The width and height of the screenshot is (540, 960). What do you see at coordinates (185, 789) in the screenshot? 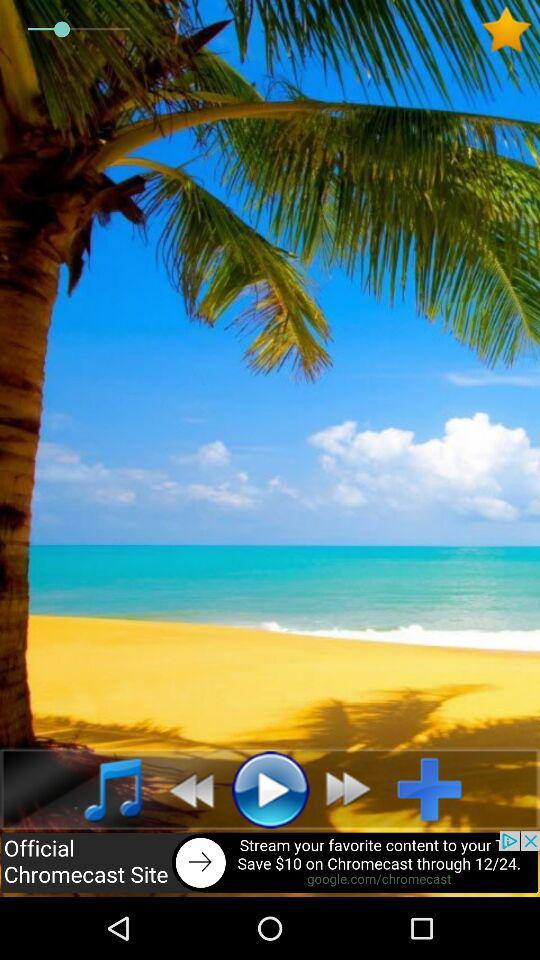
I see `the av_rewind icon` at bounding box center [185, 789].